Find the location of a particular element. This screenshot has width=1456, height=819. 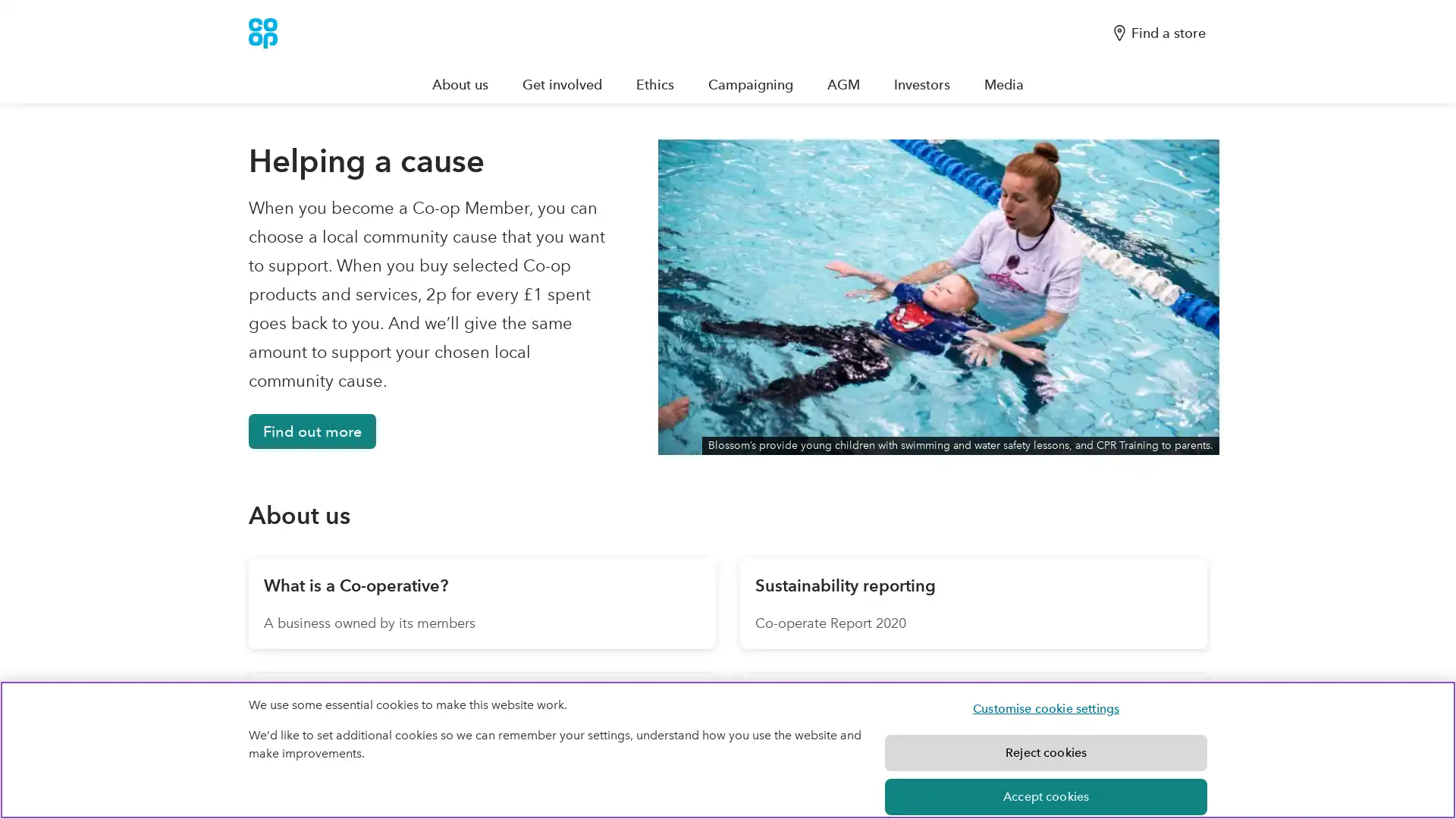

Reject cookies is located at coordinates (1044, 752).